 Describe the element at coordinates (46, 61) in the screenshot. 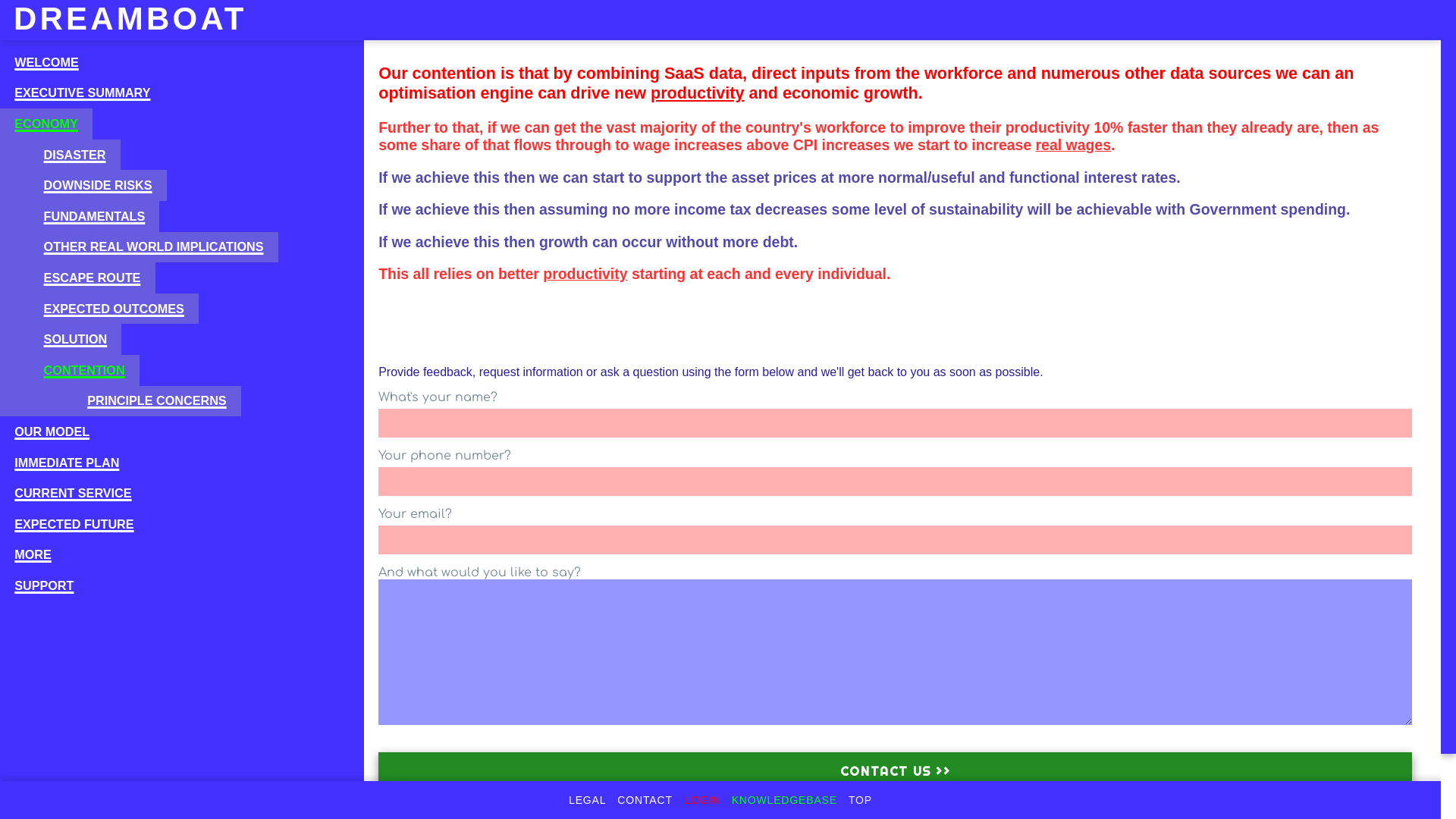

I see `'WELCOME'` at that location.